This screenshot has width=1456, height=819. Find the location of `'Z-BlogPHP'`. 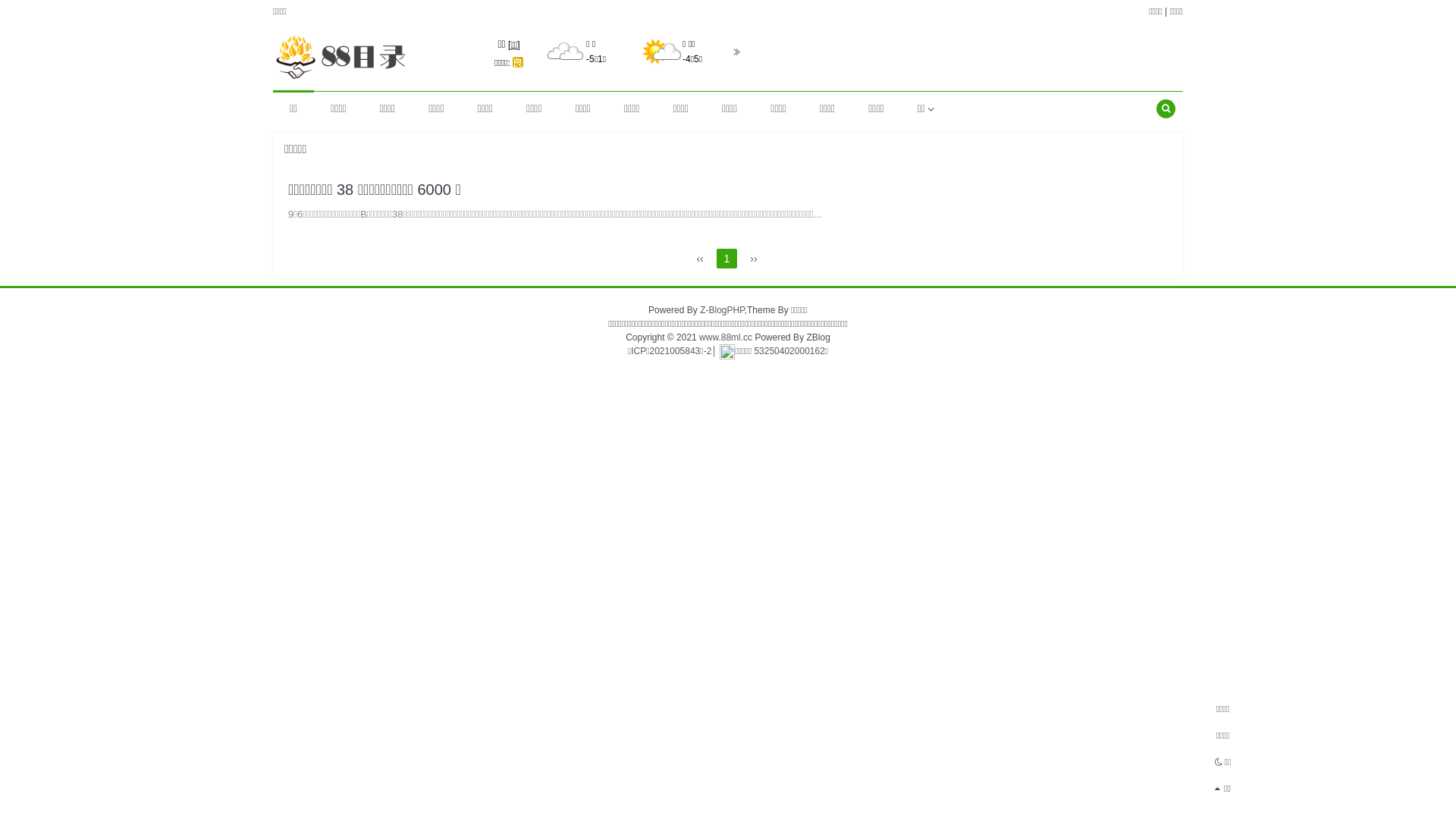

'Z-BlogPHP' is located at coordinates (720, 309).